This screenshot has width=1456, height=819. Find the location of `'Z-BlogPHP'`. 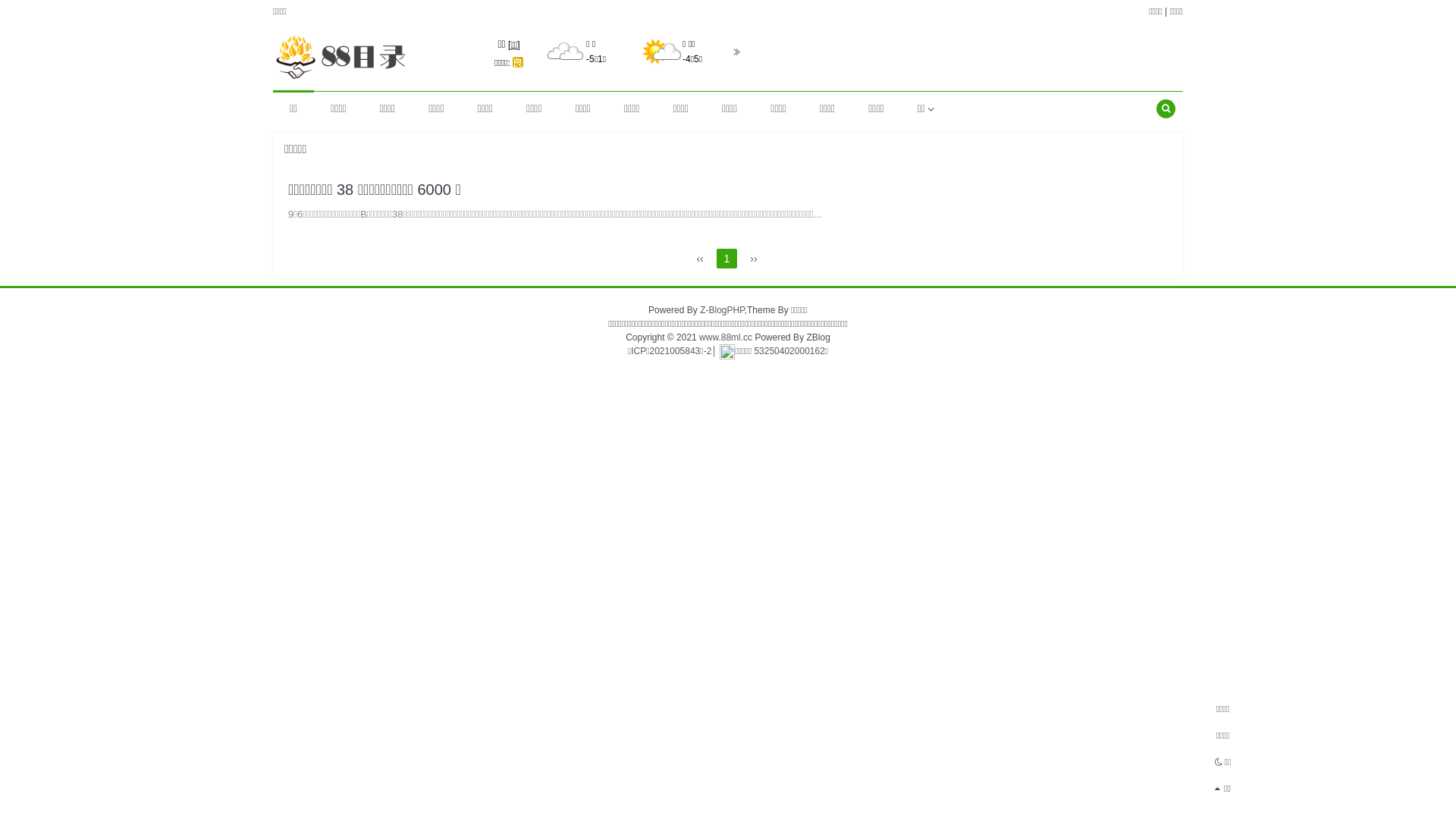

'Z-BlogPHP' is located at coordinates (720, 309).